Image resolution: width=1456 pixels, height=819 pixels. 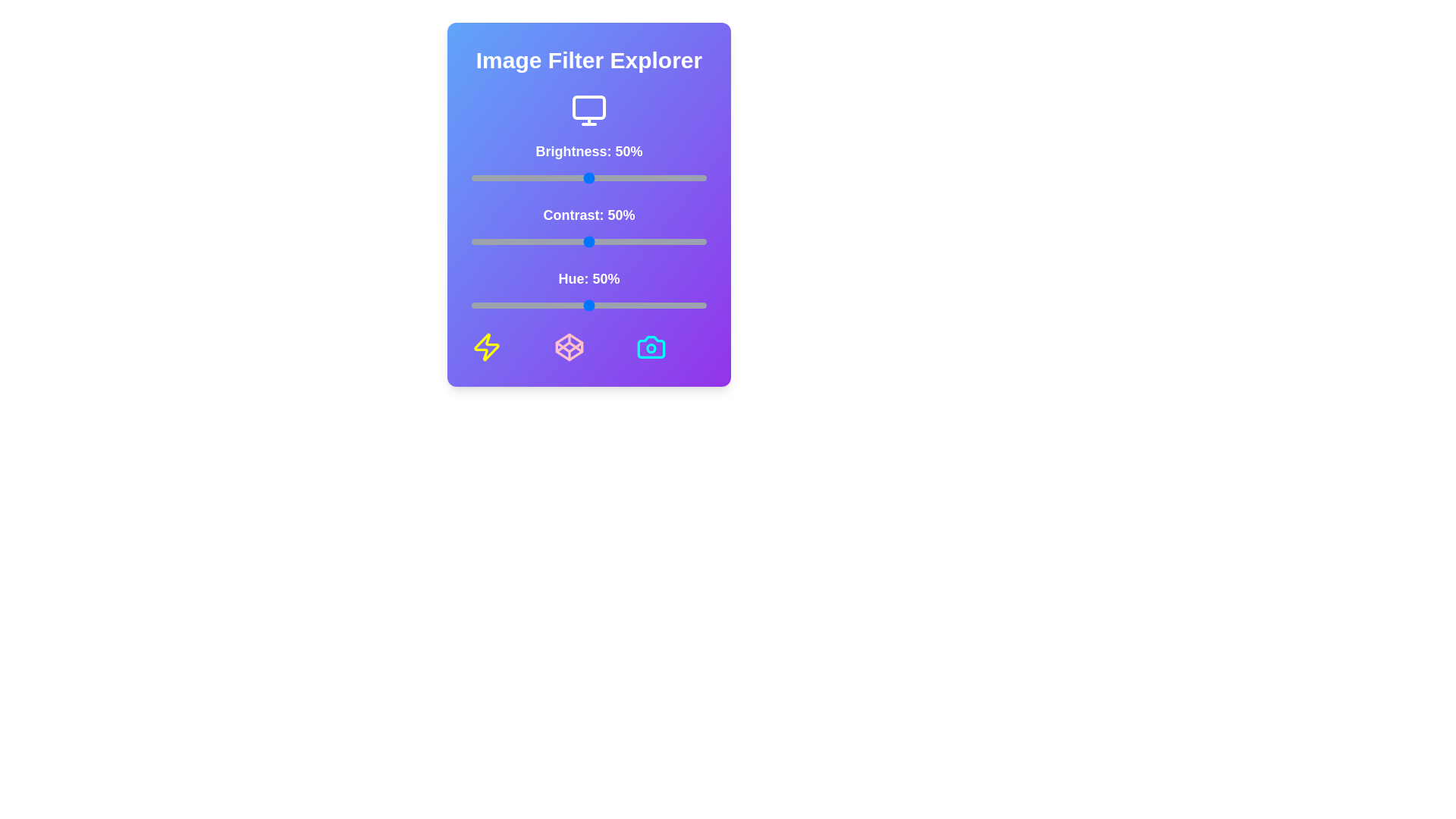 What do you see at coordinates (598, 177) in the screenshot?
I see `the brightness slider to 54%` at bounding box center [598, 177].